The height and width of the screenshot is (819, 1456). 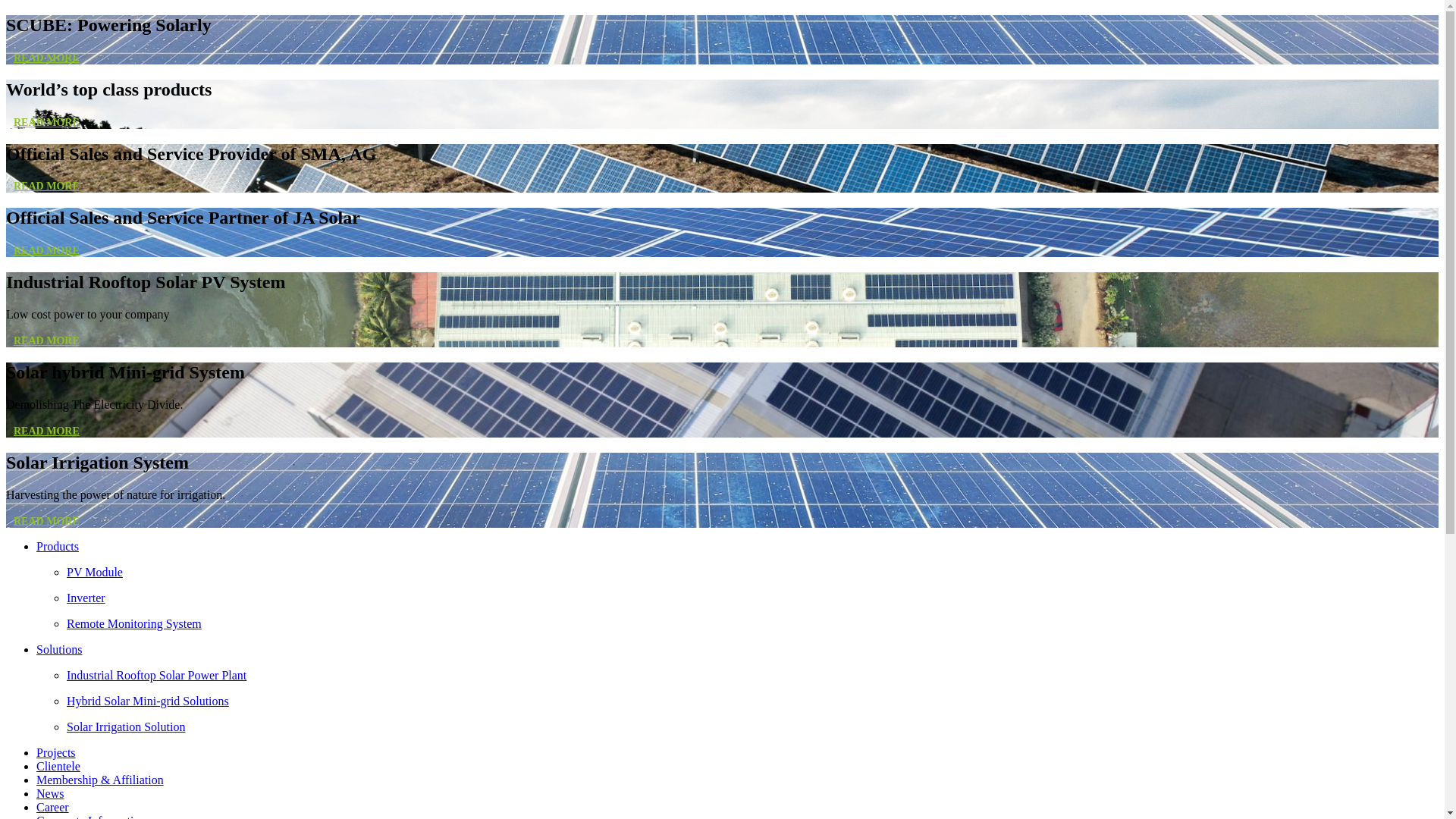 What do you see at coordinates (752, 598) in the screenshot?
I see `'Inverter'` at bounding box center [752, 598].